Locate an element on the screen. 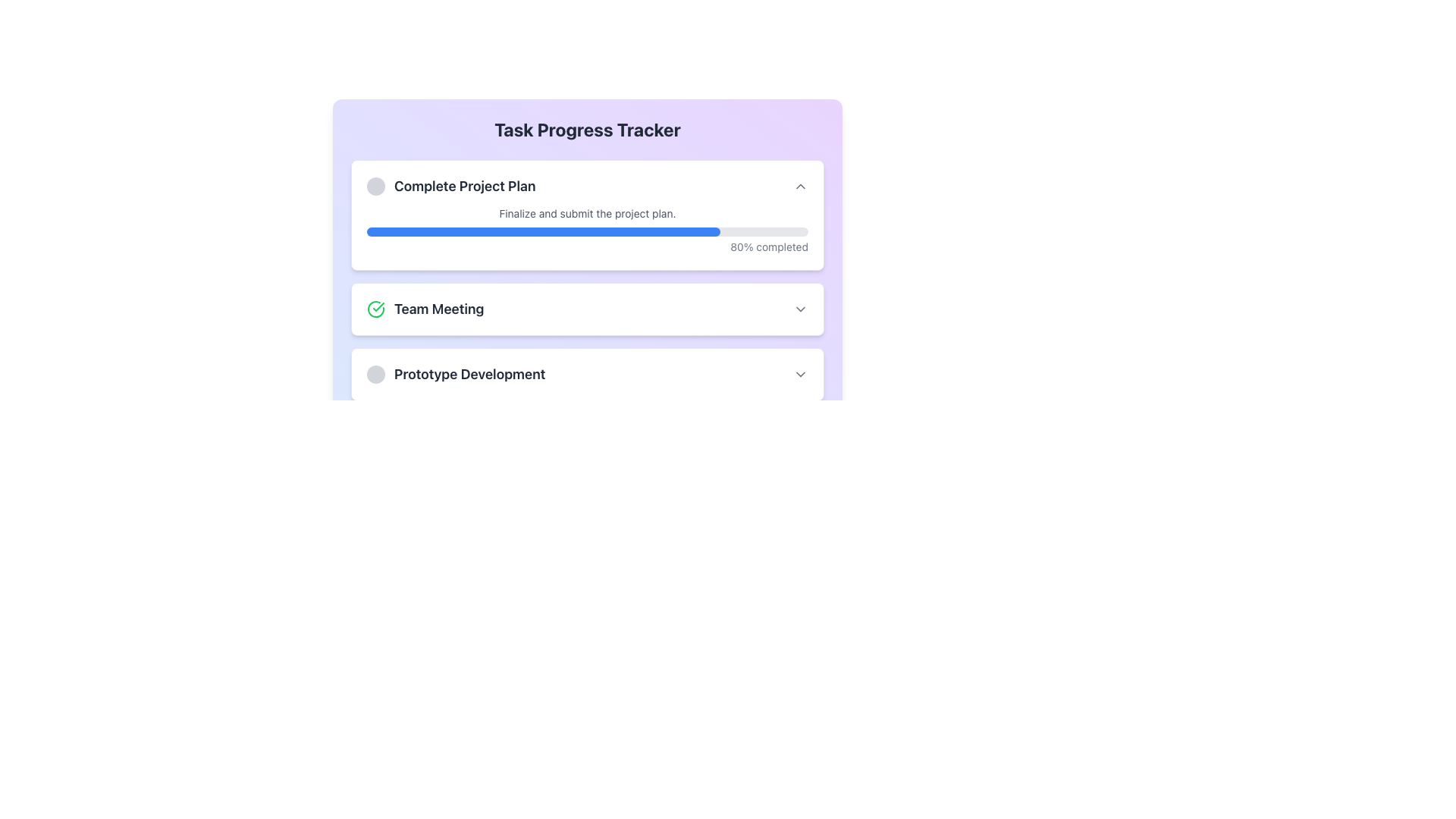 The width and height of the screenshot is (1456, 819). the static text that provides descriptive information for the task labeled 'Complete Project Plan', which is positioned below the title and above a progress bar is located at coordinates (586, 213).